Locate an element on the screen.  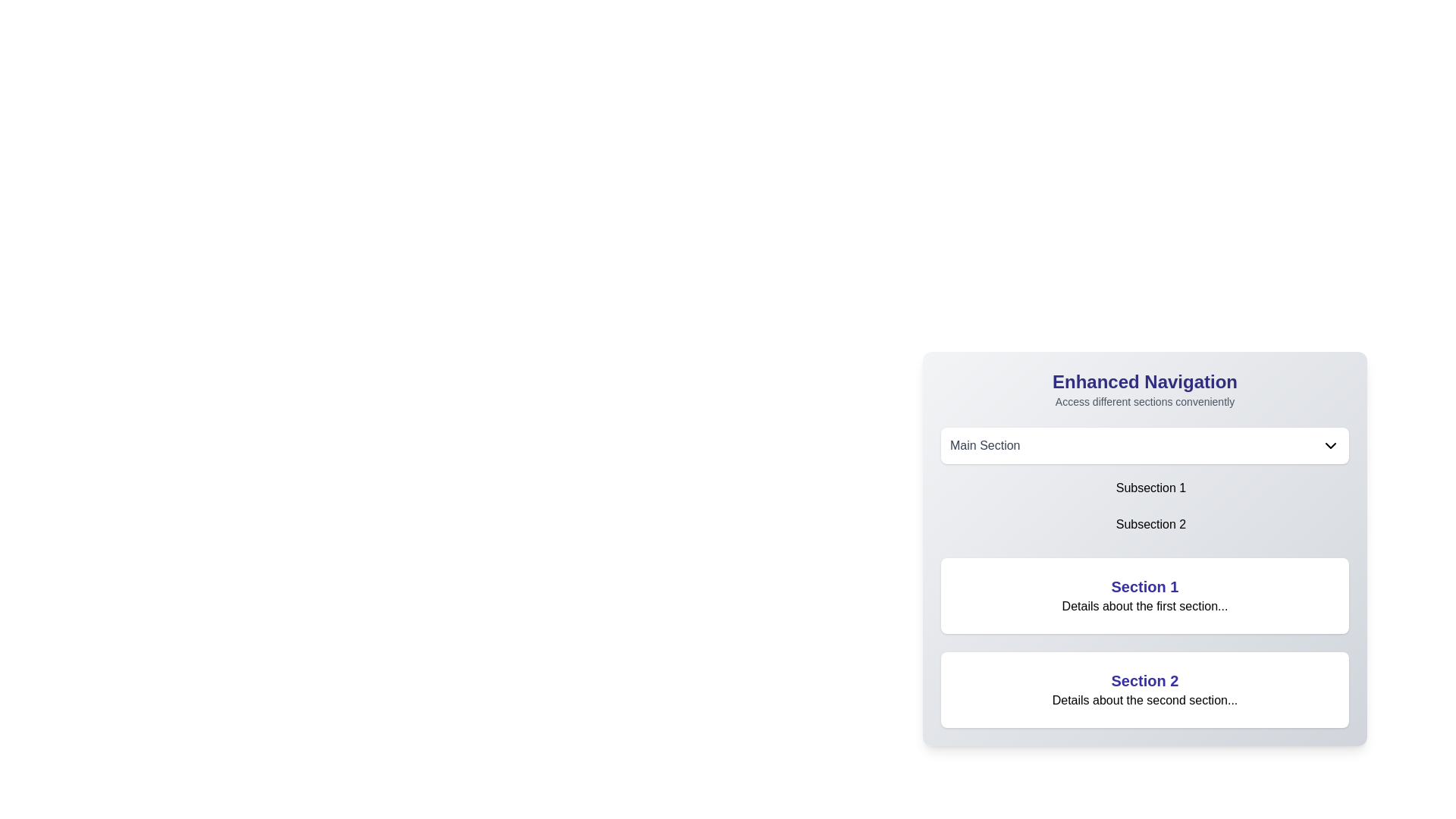
static text label that displays 'Details about the first section...' located directly underneath the 'Section 1' heading is located at coordinates (1145, 605).